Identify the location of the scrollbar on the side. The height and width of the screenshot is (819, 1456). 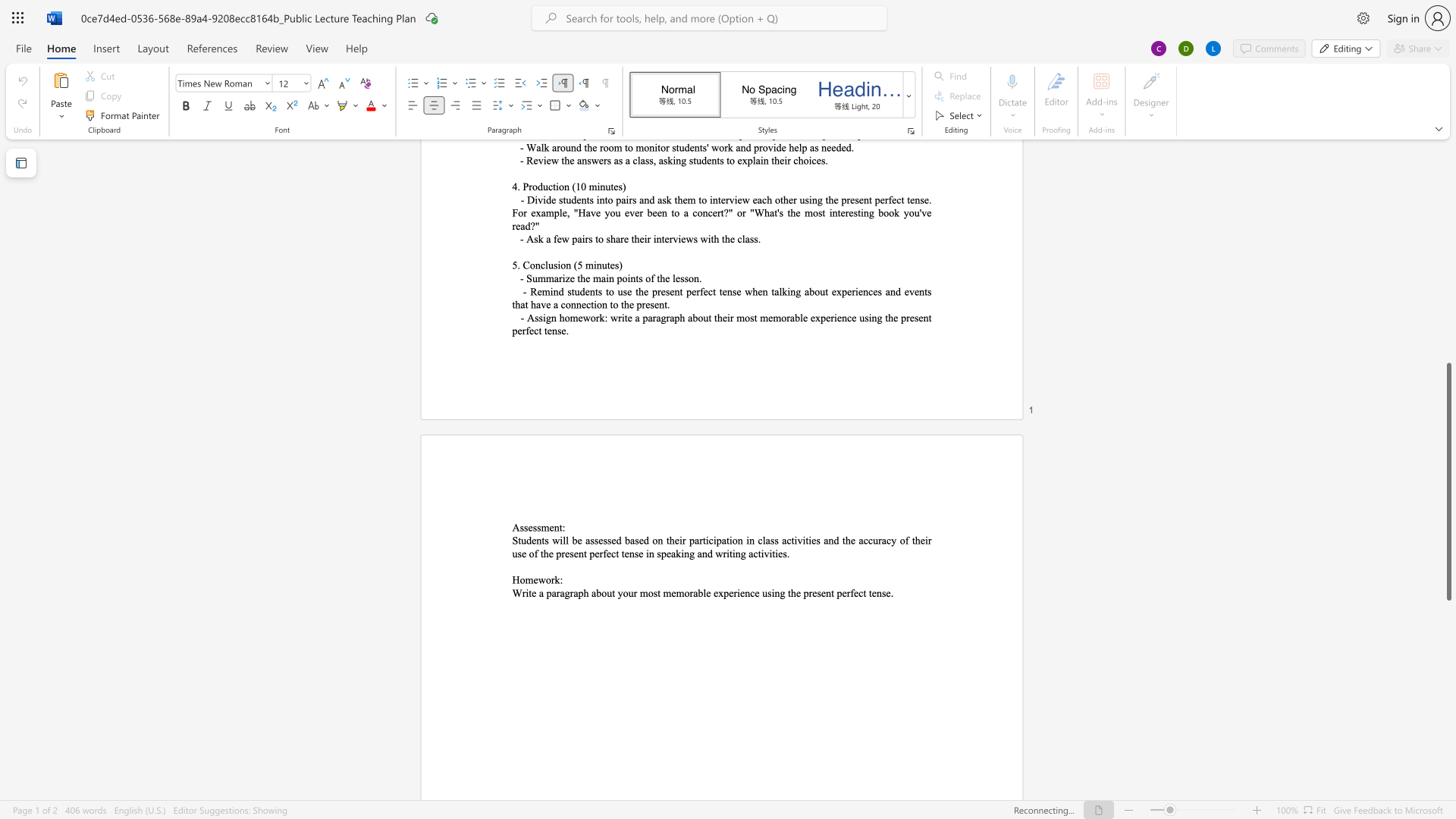
(1448, 219).